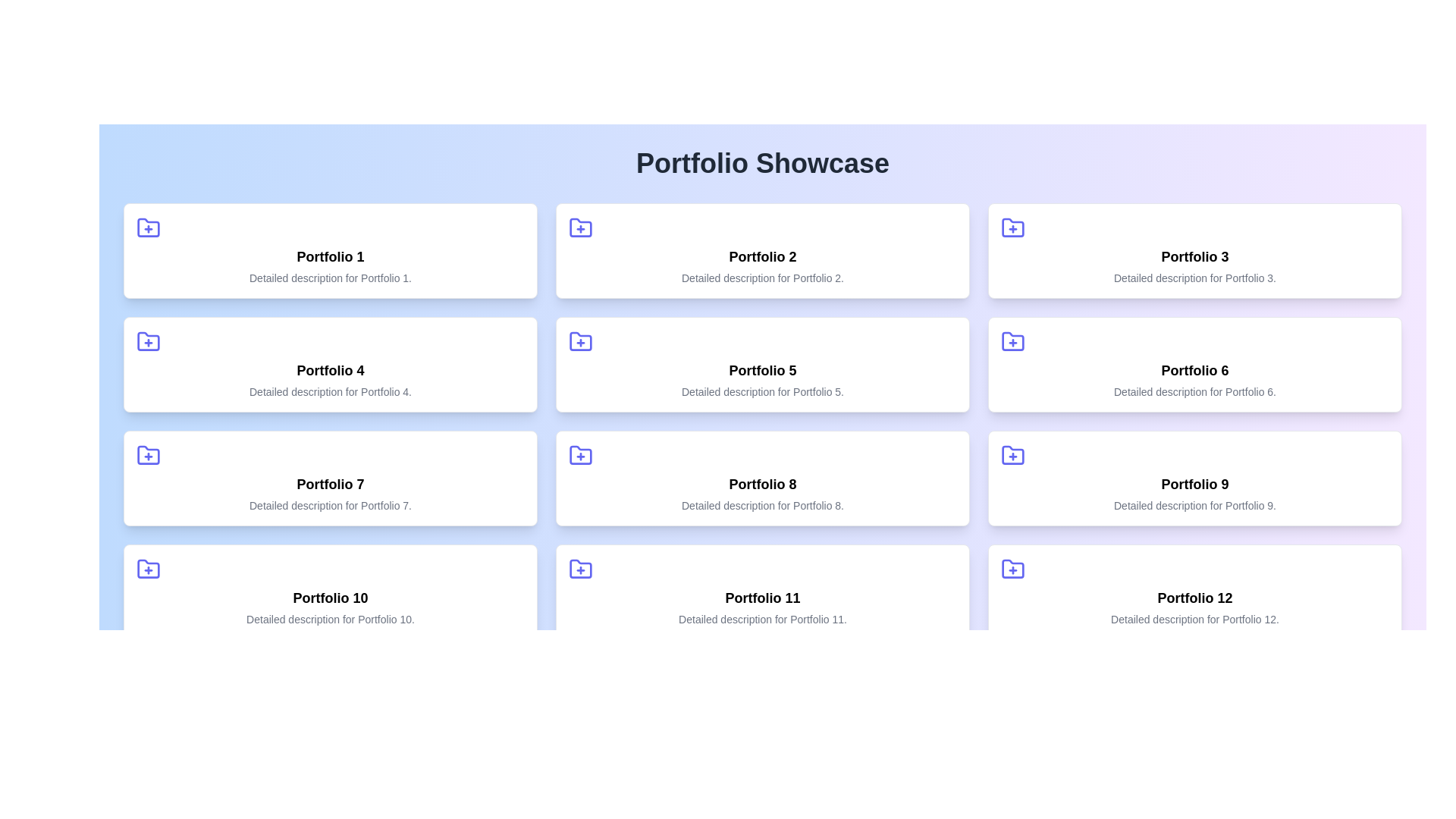 This screenshot has width=1456, height=819. Describe the element at coordinates (1194, 365) in the screenshot. I see `the card component labeled 'Portfolio 6', which features a blue folder icon and bold black text at its center, to perform additional actions` at that location.